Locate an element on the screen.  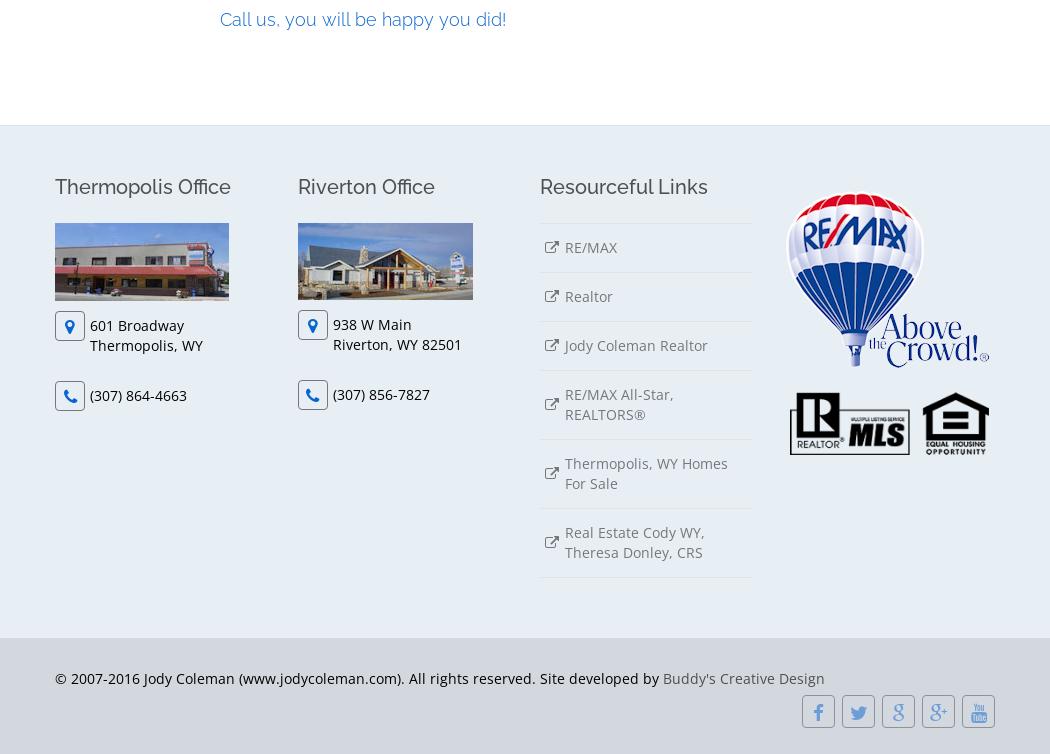
'Jody Coleman Realtor' is located at coordinates (636, 343).